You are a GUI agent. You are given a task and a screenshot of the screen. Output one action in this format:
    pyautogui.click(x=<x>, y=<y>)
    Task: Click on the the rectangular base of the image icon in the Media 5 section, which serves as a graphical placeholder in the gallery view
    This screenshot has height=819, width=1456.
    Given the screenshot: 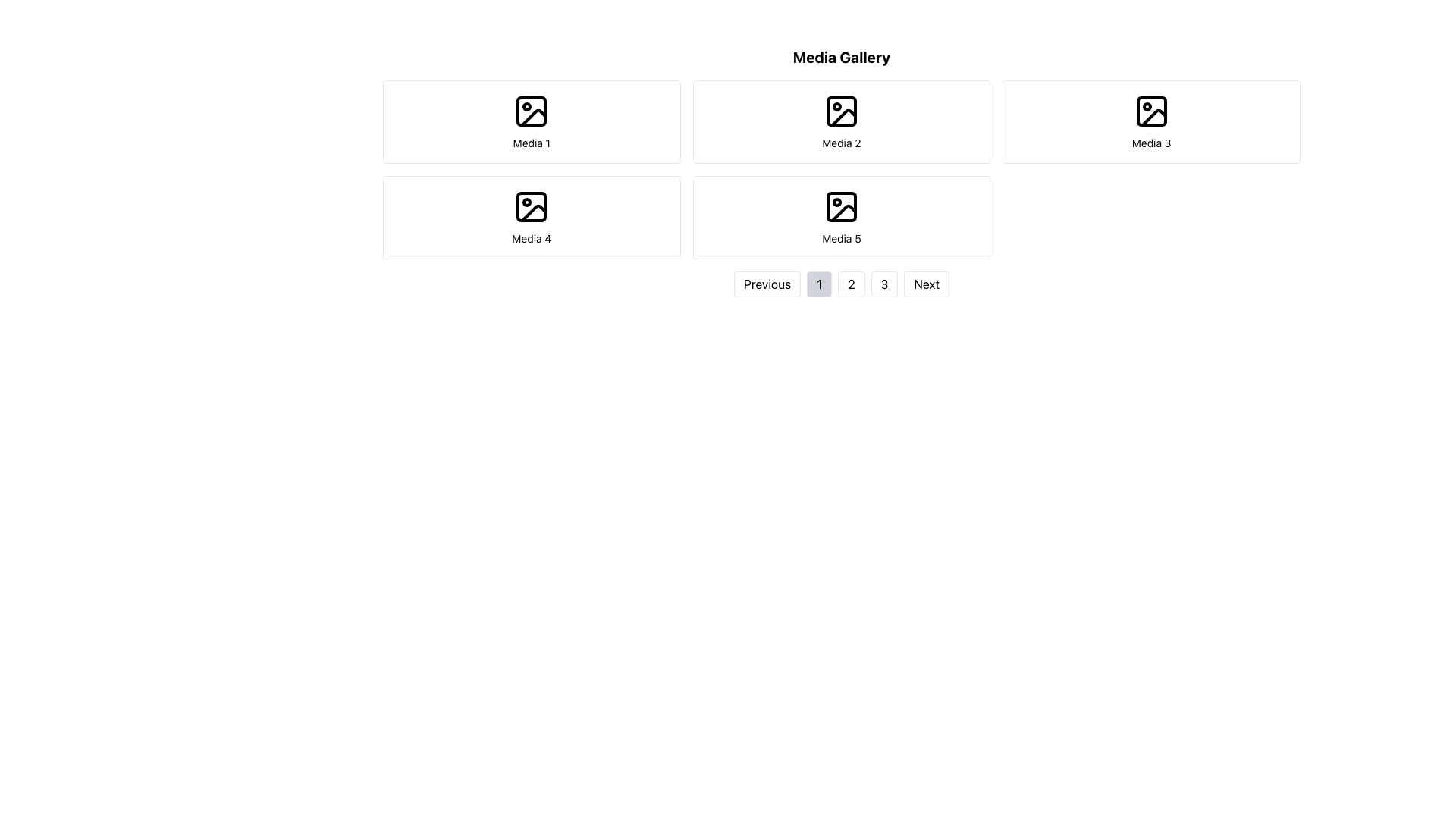 What is the action you would take?
    pyautogui.click(x=840, y=207)
    